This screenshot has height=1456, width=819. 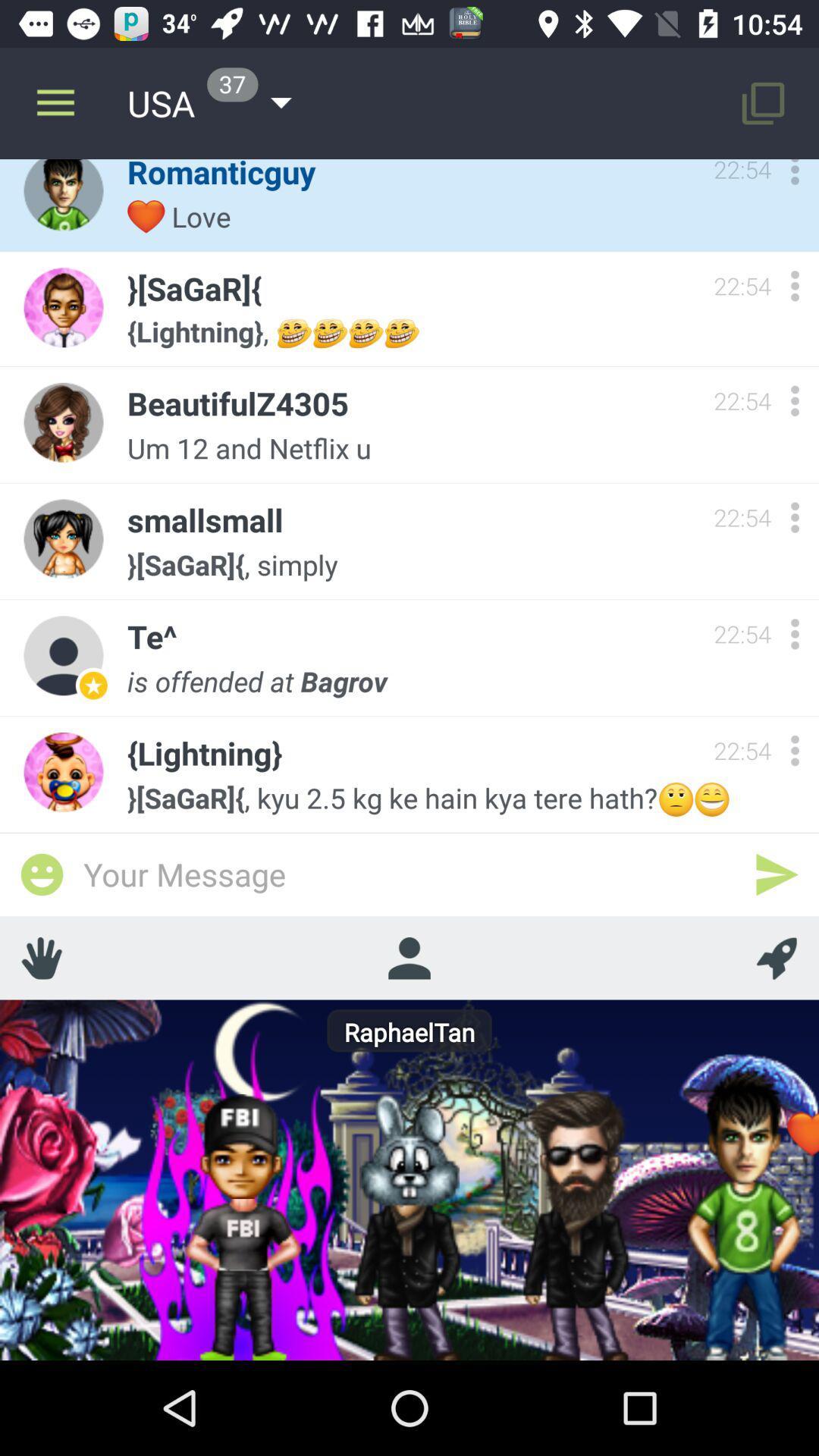 What do you see at coordinates (794, 286) in the screenshot?
I see `the more icon` at bounding box center [794, 286].